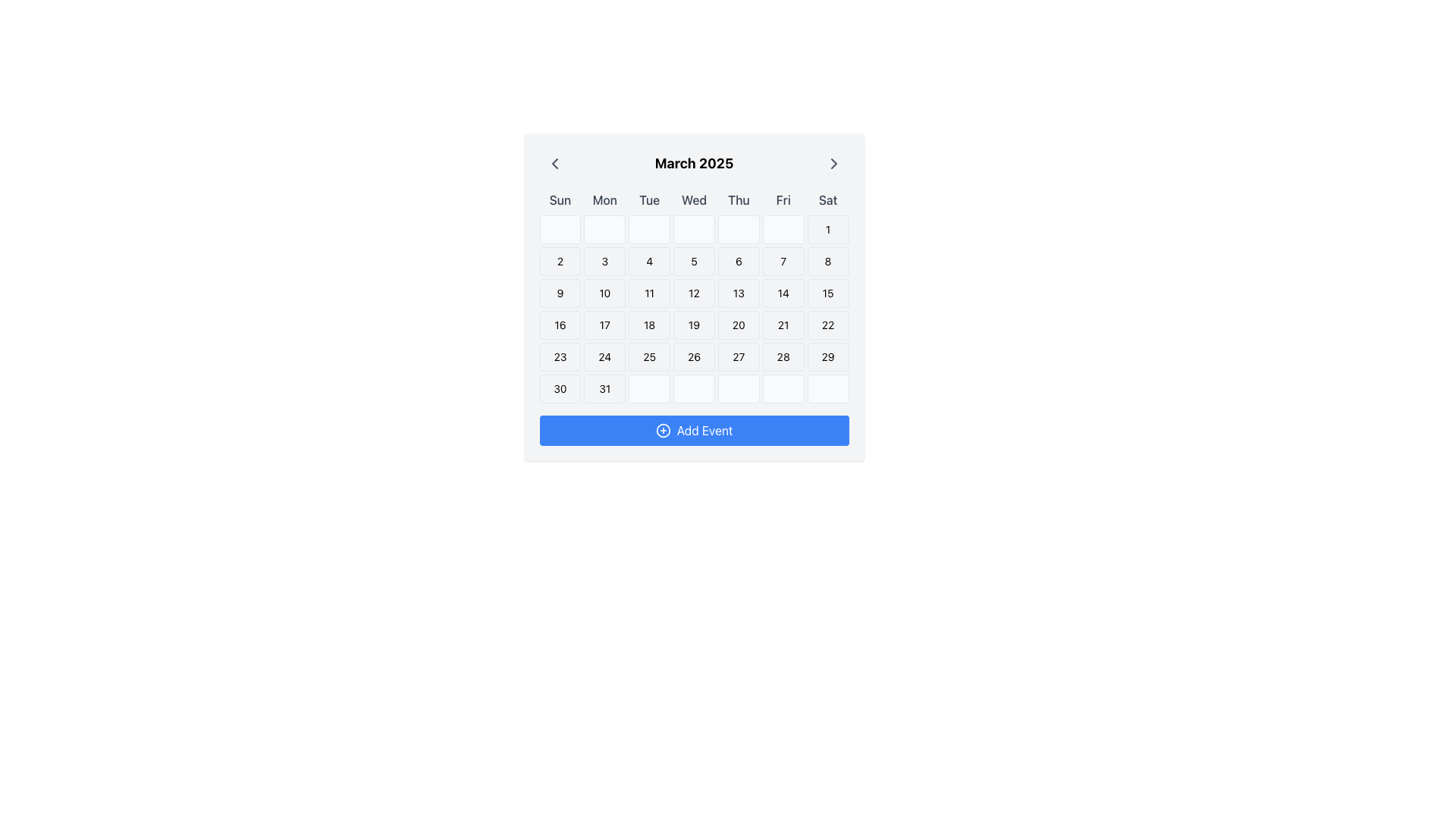  I want to click on the calendar day cell representing the 21st of March 2025, so click(783, 324).